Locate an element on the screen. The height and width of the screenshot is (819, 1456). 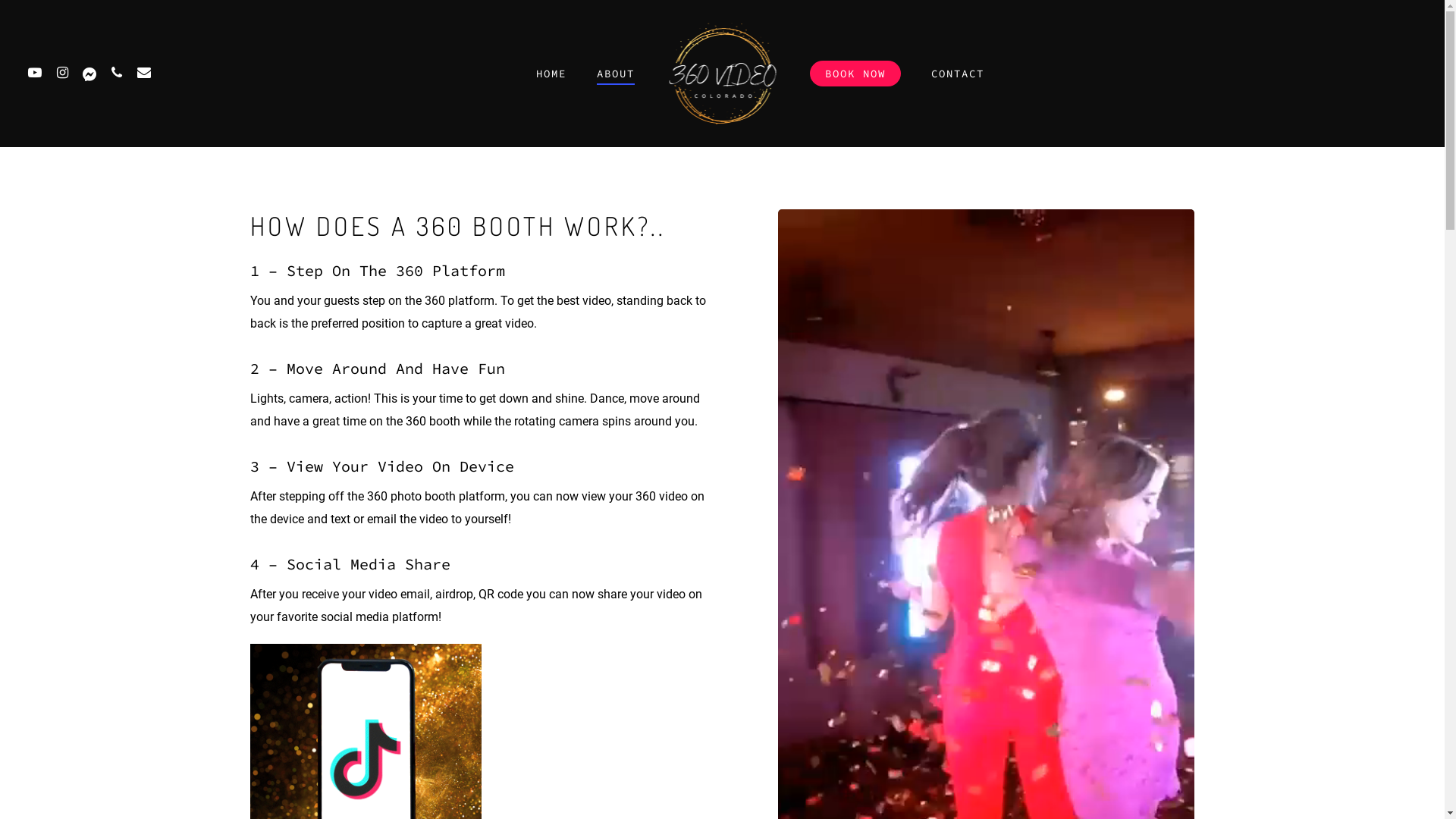
'INSTAGRAM' is located at coordinates (48, 73).